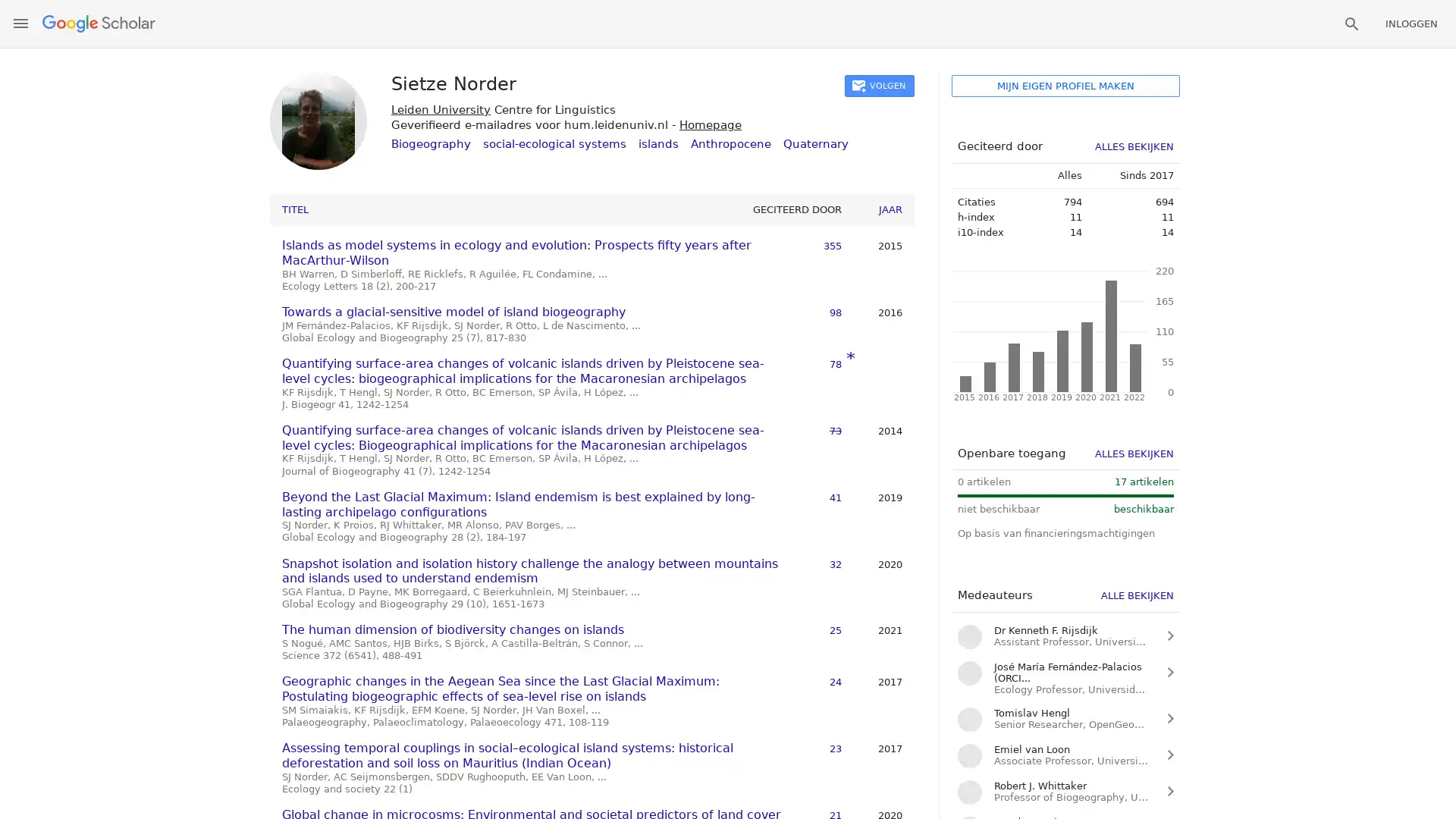 The height and width of the screenshot is (819, 1456). I want to click on ALLE BEKIJKEN, so click(1137, 595).